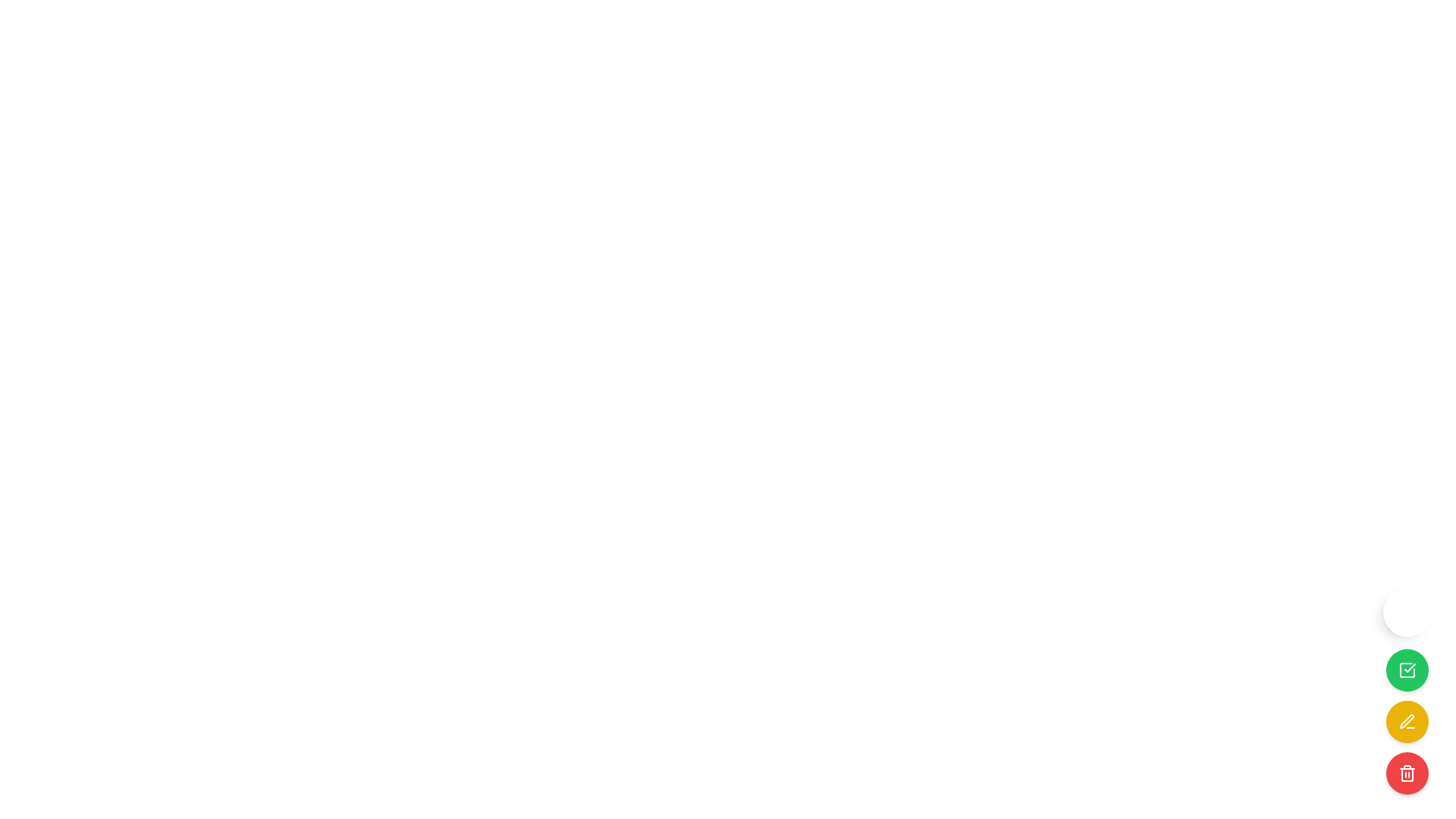 Image resolution: width=1456 pixels, height=819 pixels. What do you see at coordinates (1407, 773) in the screenshot?
I see `the white outlined trash bin icon within the red circular button located at the bottom of the vertical stack of buttons` at bounding box center [1407, 773].